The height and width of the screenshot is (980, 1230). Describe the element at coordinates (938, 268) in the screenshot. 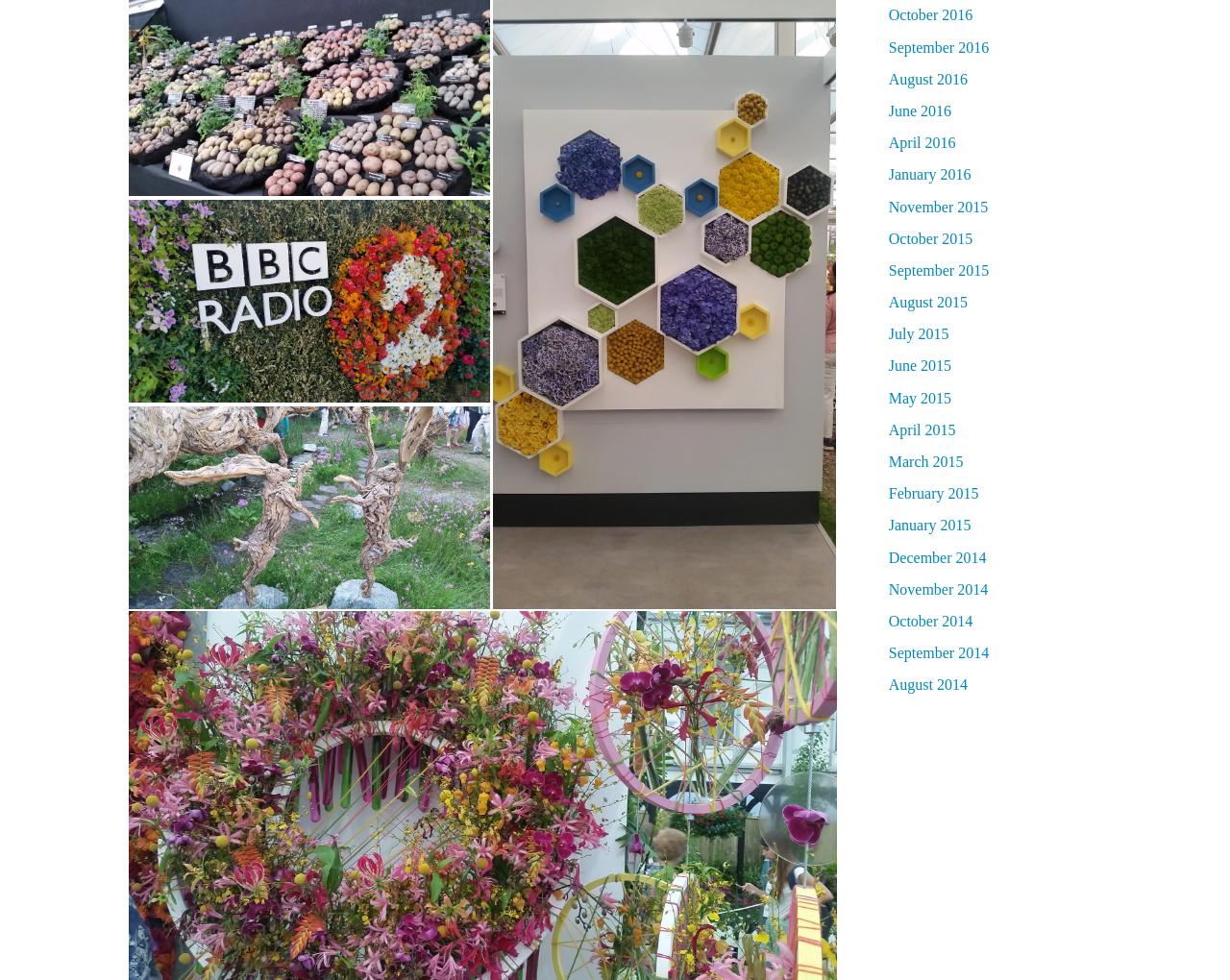

I see `'September 2015'` at that location.